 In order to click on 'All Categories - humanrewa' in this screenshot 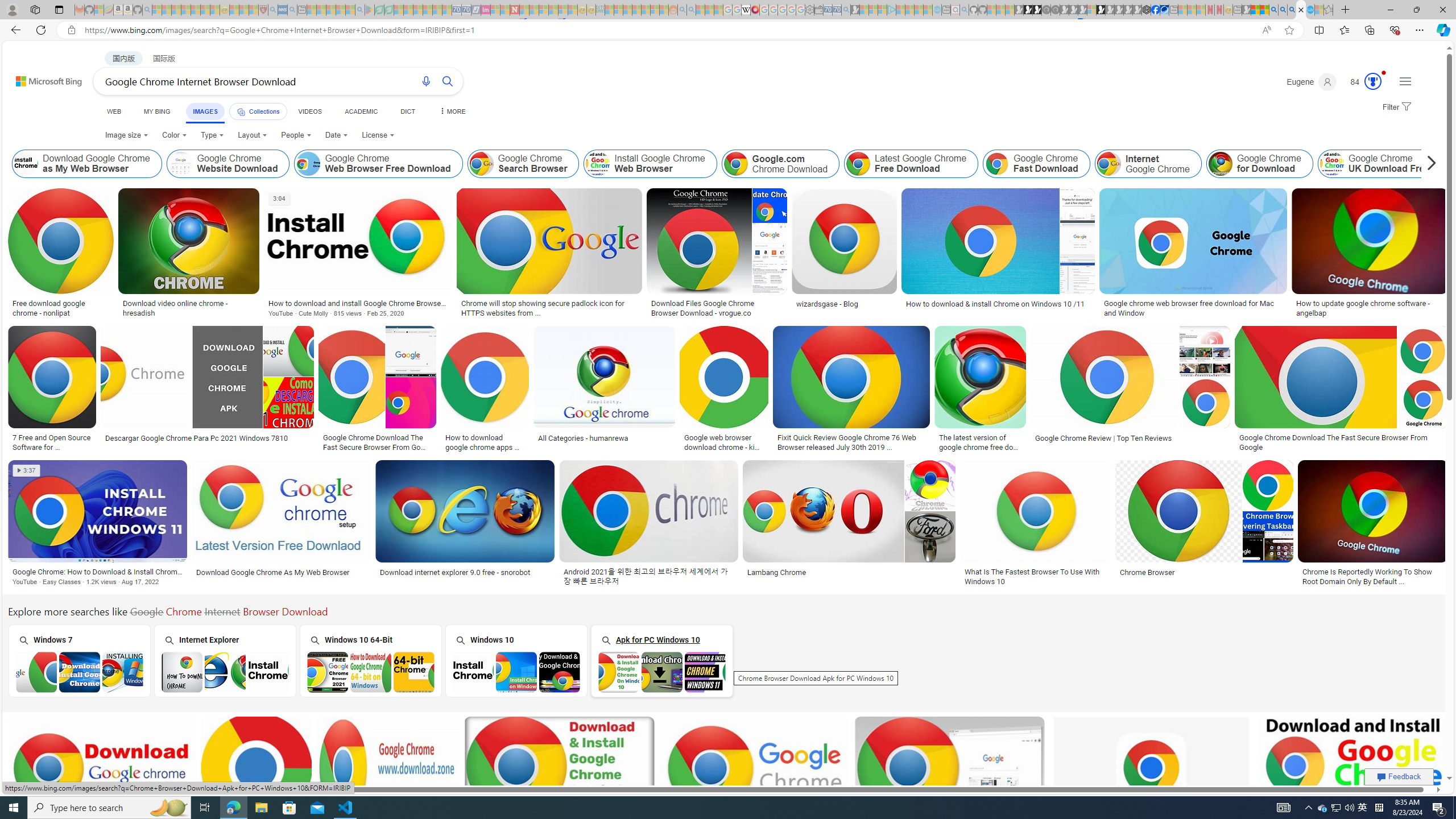, I will do `click(584, 437)`.